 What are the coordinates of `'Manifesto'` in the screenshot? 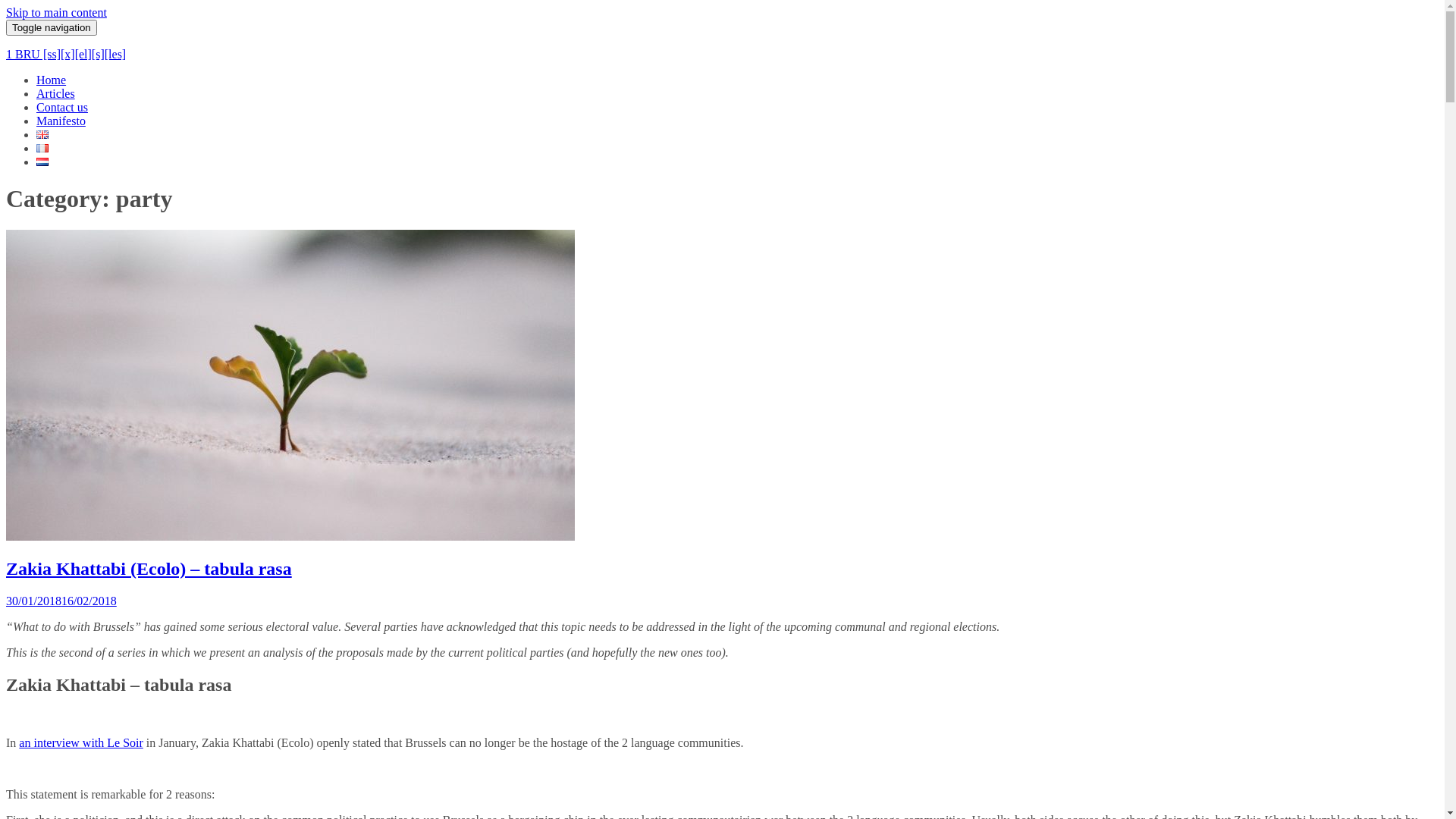 It's located at (61, 120).